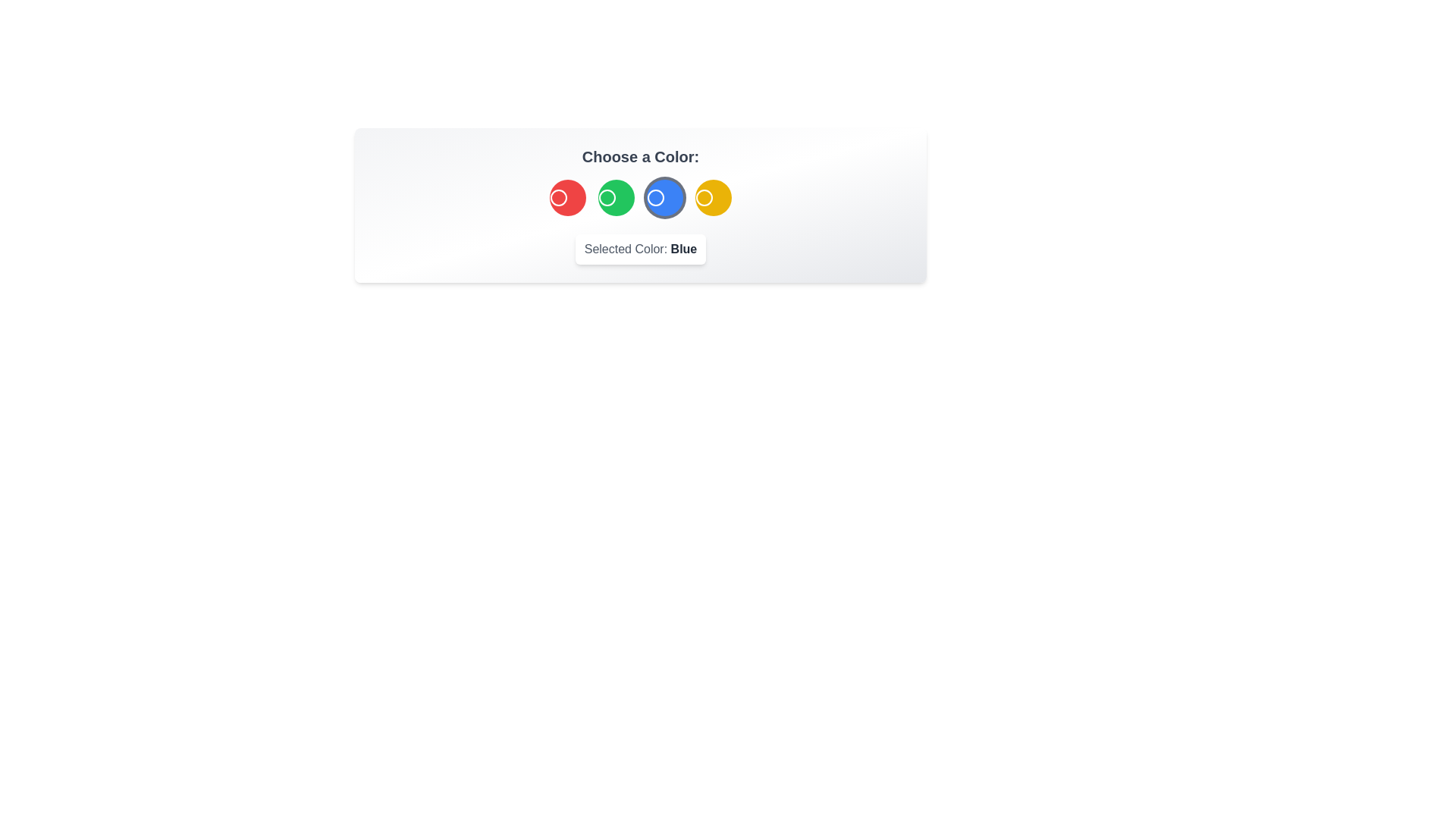 The height and width of the screenshot is (819, 1456). What do you see at coordinates (616, 197) in the screenshot?
I see `the Green color by clicking the corresponding button` at bounding box center [616, 197].